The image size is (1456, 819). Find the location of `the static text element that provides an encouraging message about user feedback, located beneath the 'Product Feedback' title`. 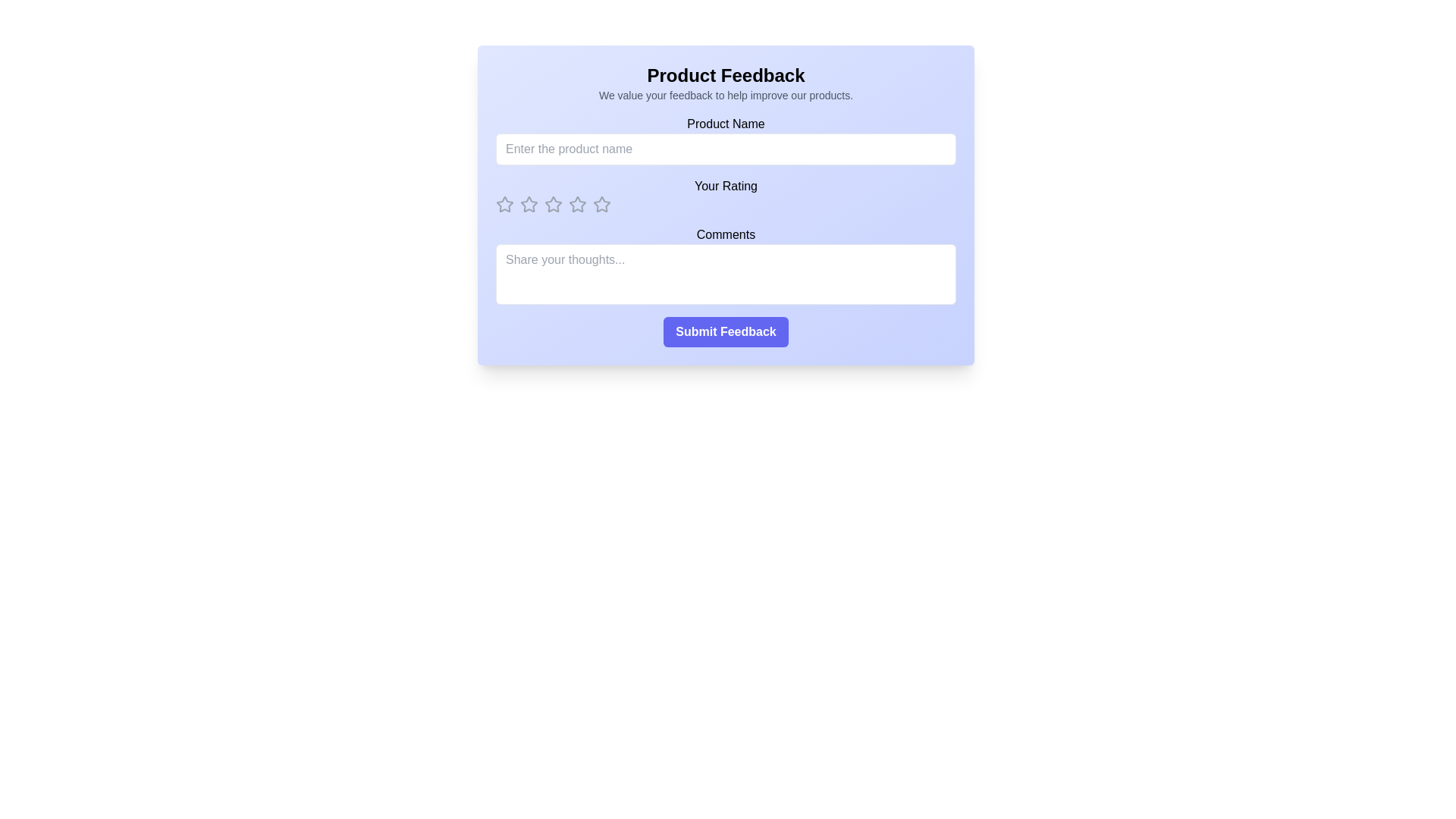

the static text element that provides an encouraging message about user feedback, located beneath the 'Product Feedback' title is located at coordinates (725, 96).